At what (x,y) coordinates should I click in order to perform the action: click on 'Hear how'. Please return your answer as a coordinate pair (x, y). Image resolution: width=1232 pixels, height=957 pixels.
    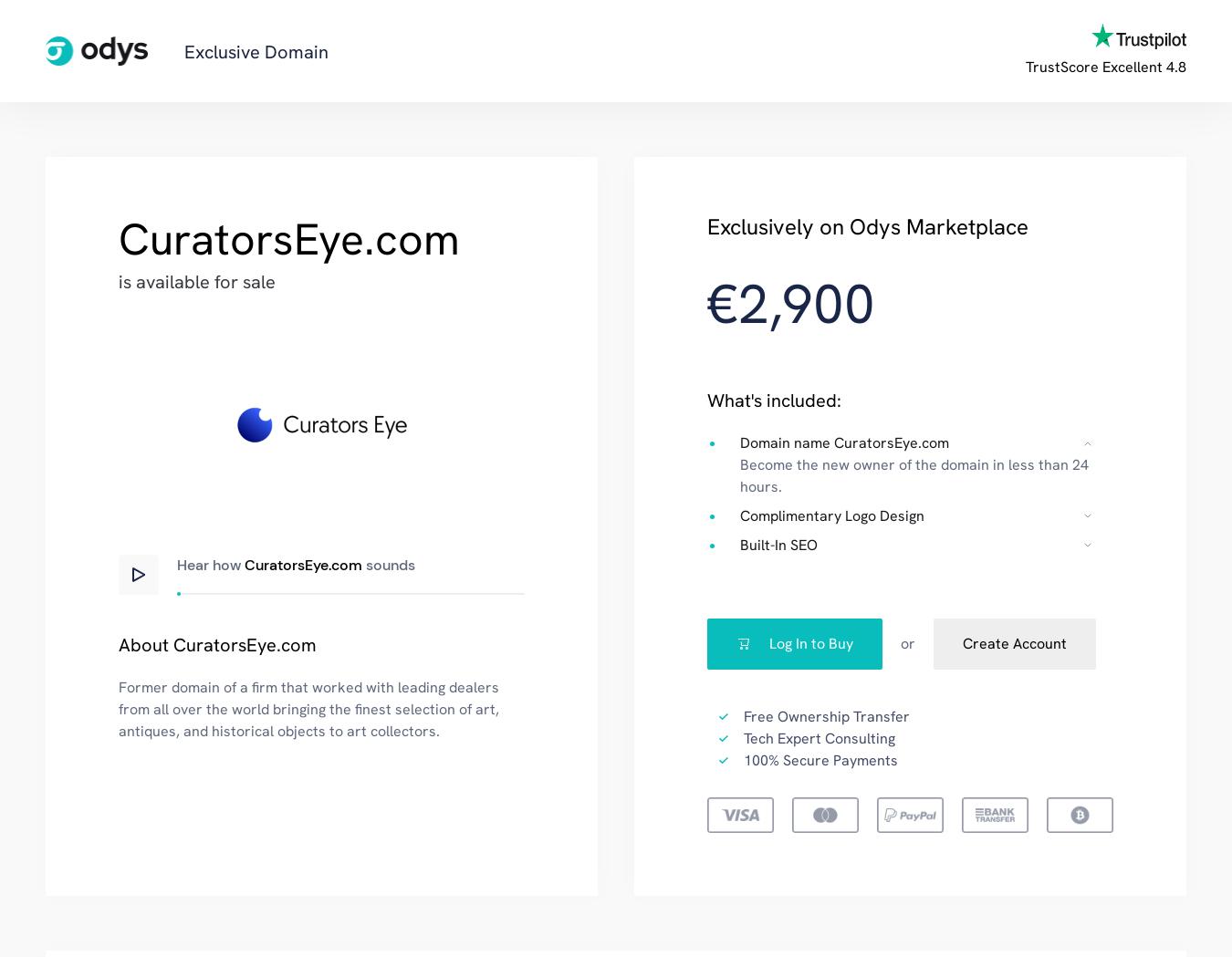
    Looking at the image, I should click on (209, 565).